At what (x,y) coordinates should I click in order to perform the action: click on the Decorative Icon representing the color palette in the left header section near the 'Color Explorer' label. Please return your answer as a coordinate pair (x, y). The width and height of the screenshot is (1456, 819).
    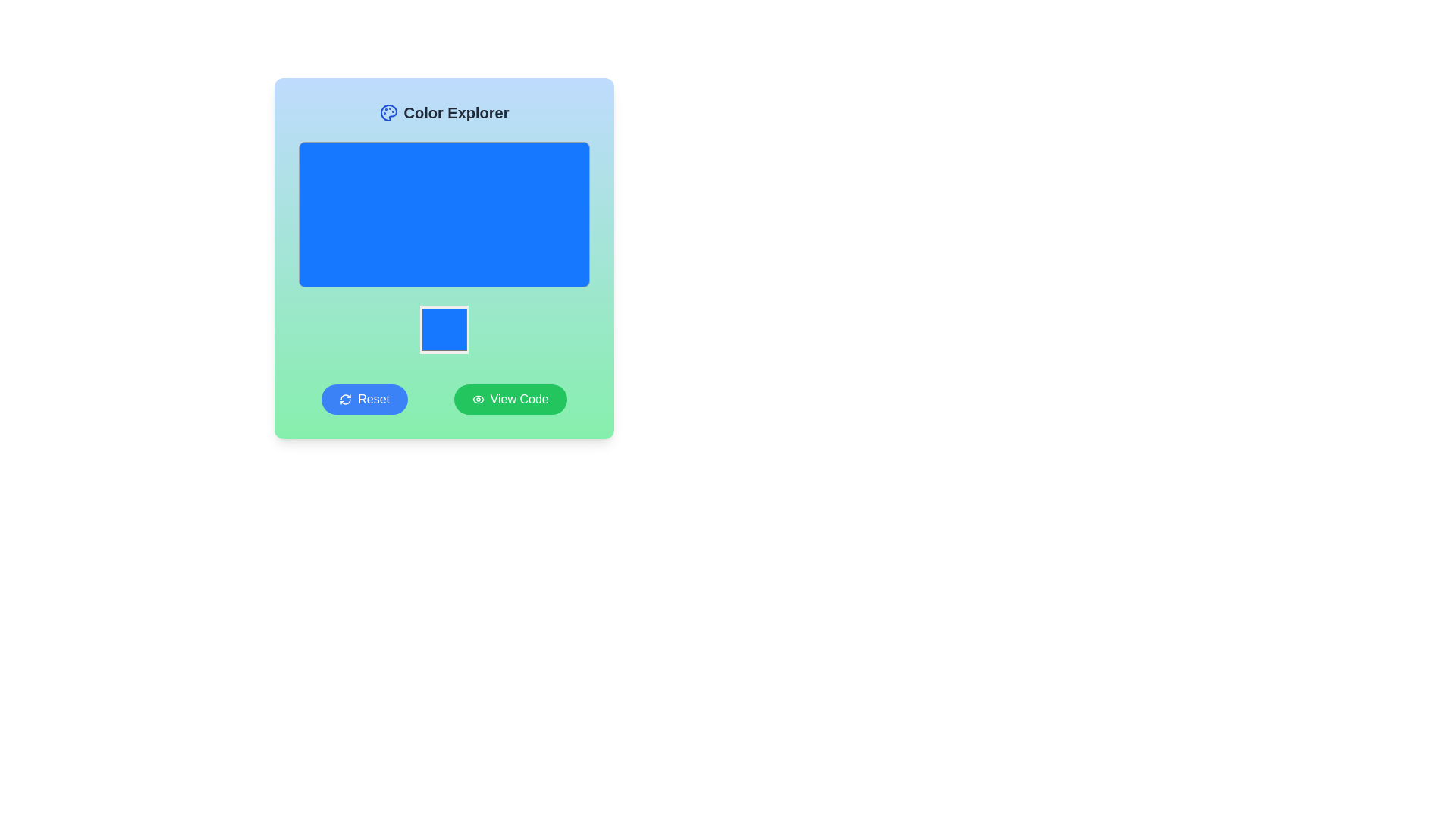
    Looking at the image, I should click on (388, 112).